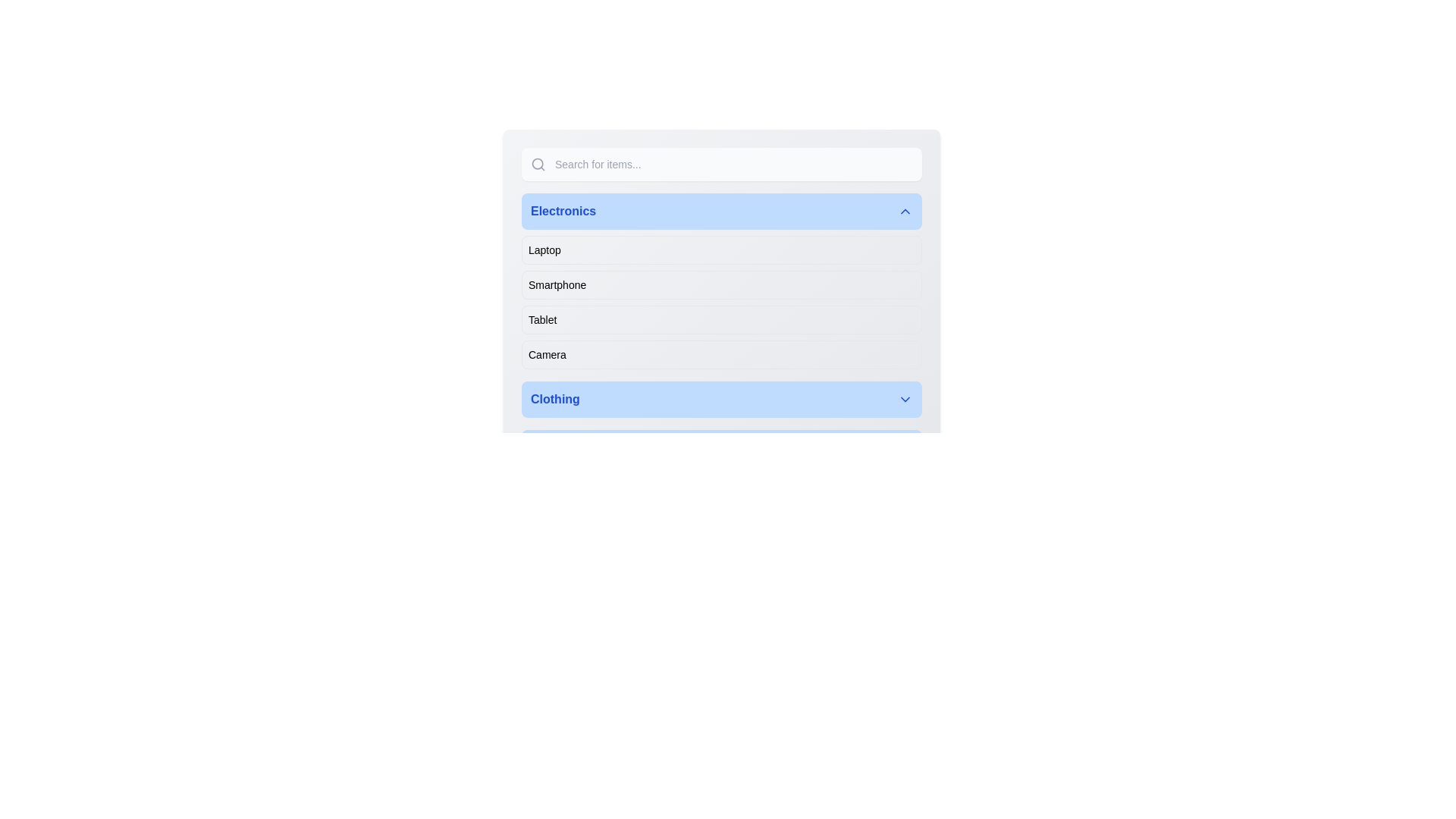 The height and width of the screenshot is (819, 1456). What do you see at coordinates (720, 284) in the screenshot?
I see `the 'Smartphone' menu item located as the second option under the 'Electronics' section in the collapsible menu` at bounding box center [720, 284].